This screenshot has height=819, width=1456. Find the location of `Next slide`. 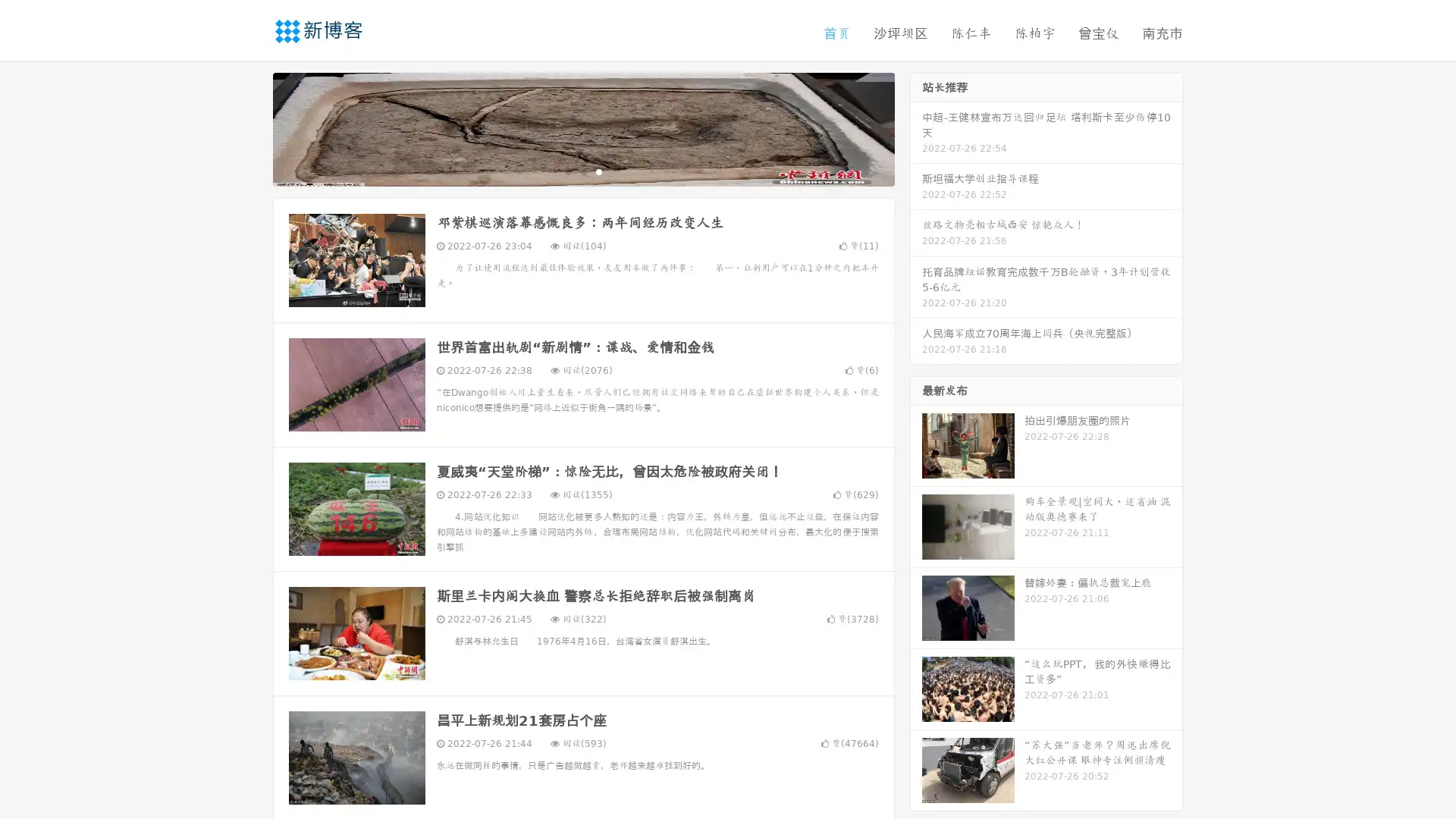

Next slide is located at coordinates (916, 127).